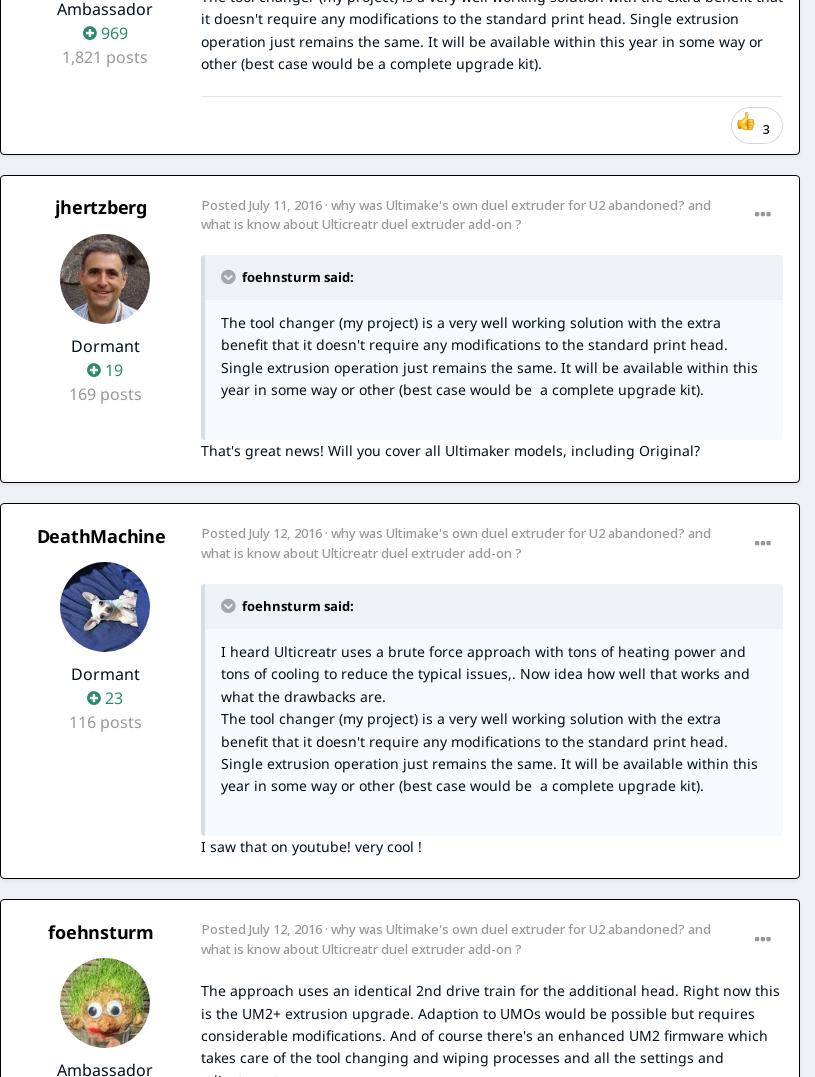  I want to click on '969', so click(110, 31).